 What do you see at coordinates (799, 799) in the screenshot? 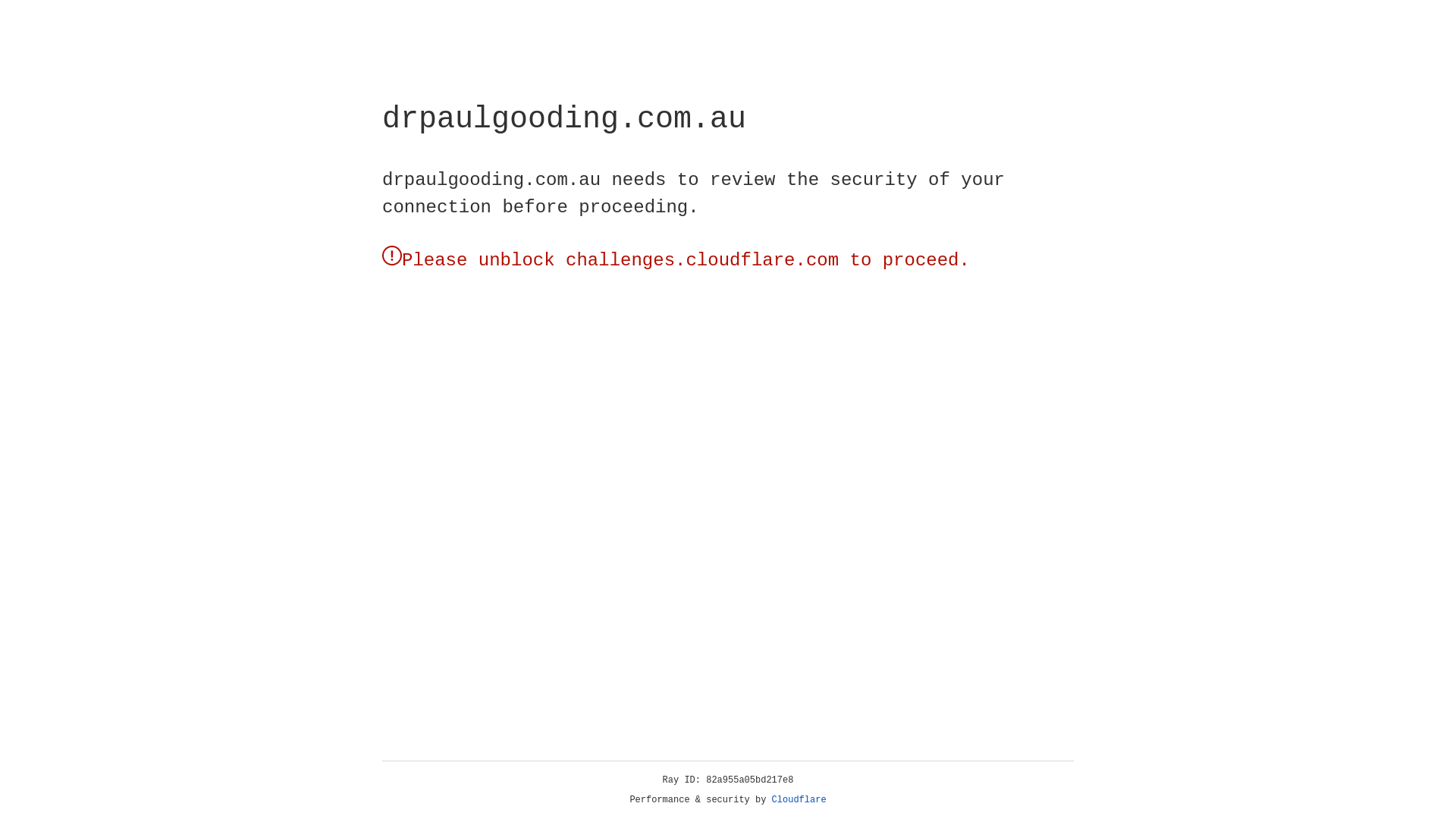
I see `'Cloudflare'` at bounding box center [799, 799].